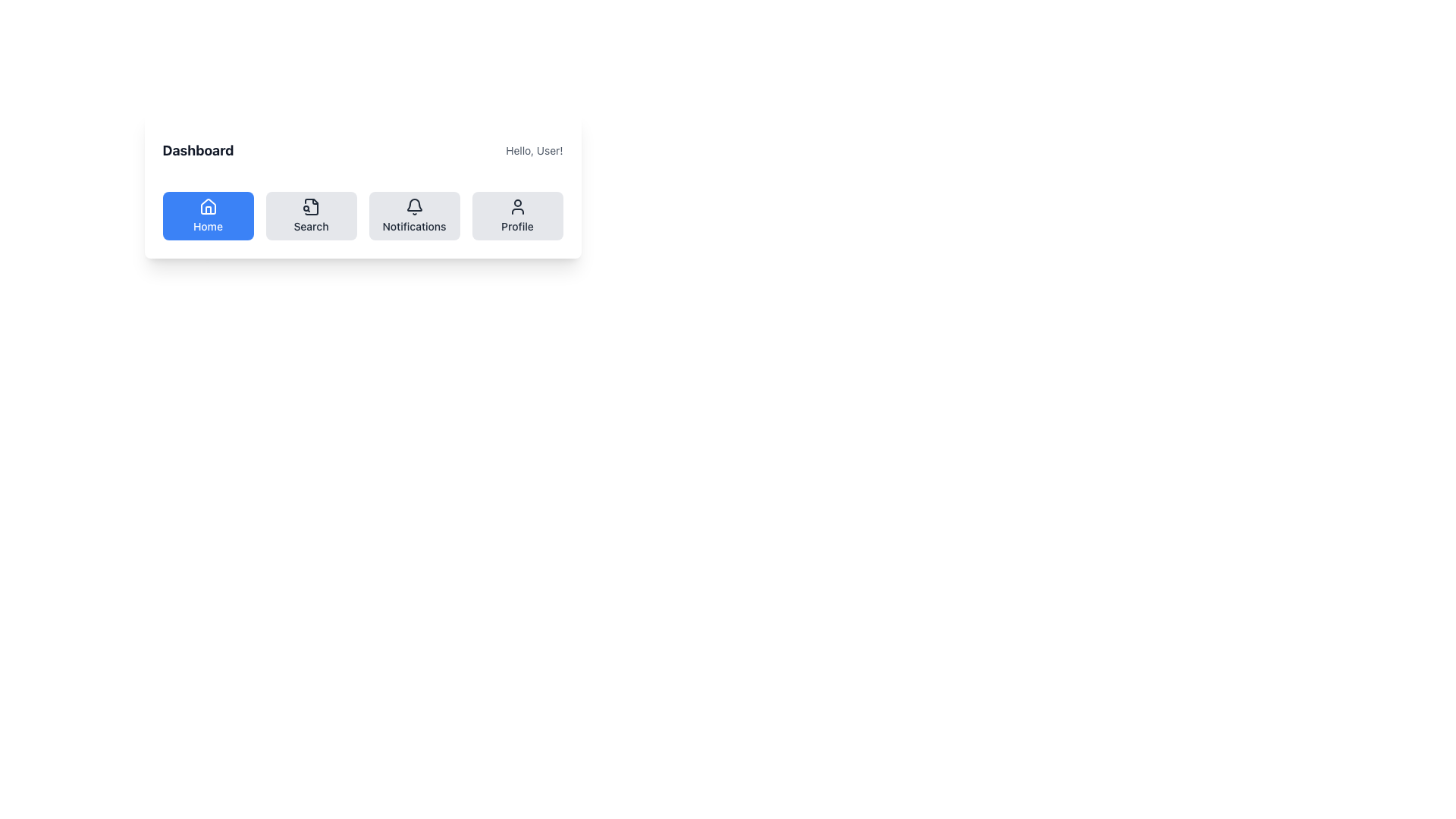 This screenshot has width=1456, height=819. What do you see at coordinates (362, 216) in the screenshot?
I see `the Notifications section of the Navigation Menu, which is a grid menu located beneath the Dashboard title and Hello, User! text` at bounding box center [362, 216].